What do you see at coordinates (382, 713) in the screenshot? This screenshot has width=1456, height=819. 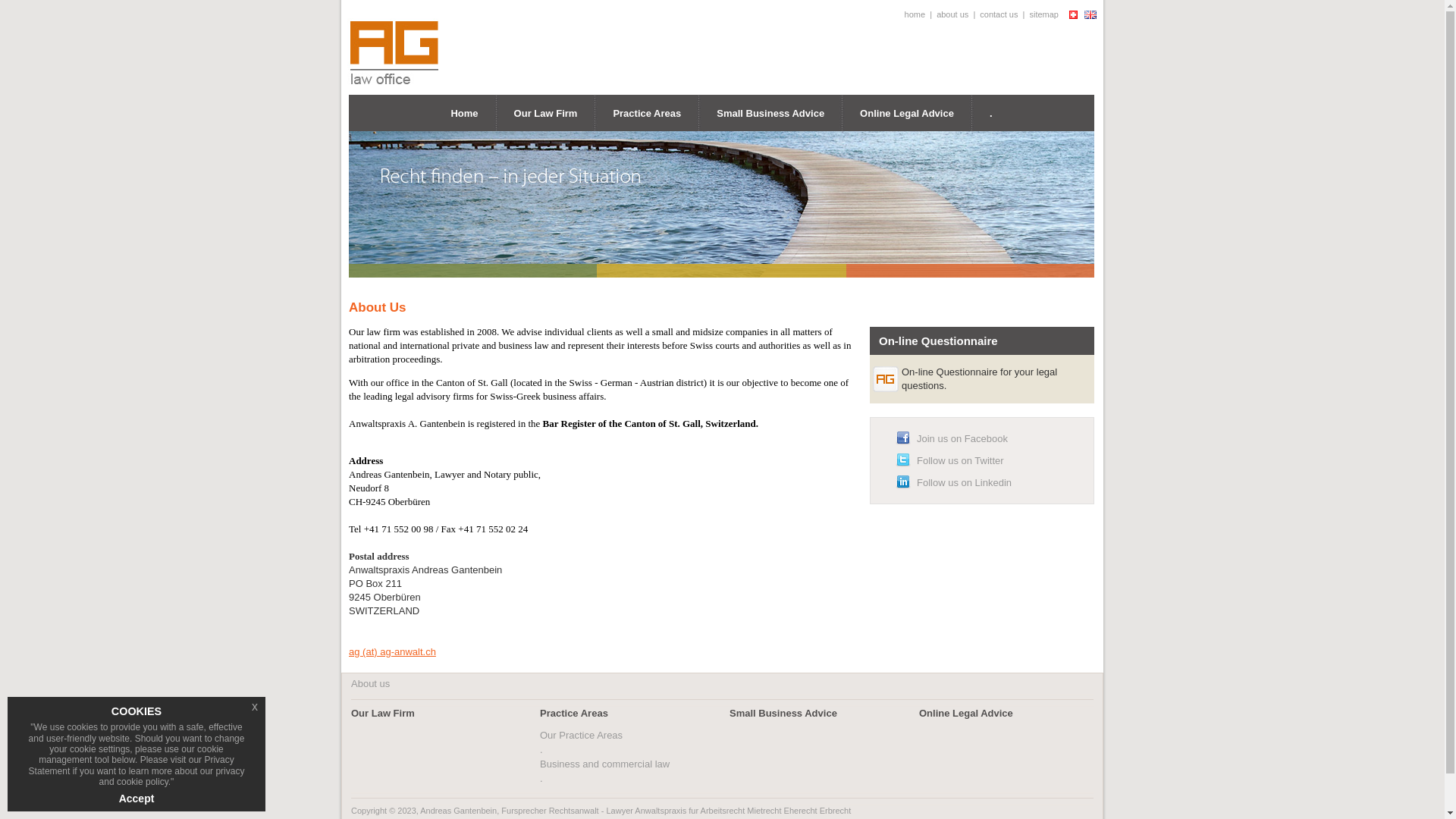 I see `'Our Law Firm'` at bounding box center [382, 713].